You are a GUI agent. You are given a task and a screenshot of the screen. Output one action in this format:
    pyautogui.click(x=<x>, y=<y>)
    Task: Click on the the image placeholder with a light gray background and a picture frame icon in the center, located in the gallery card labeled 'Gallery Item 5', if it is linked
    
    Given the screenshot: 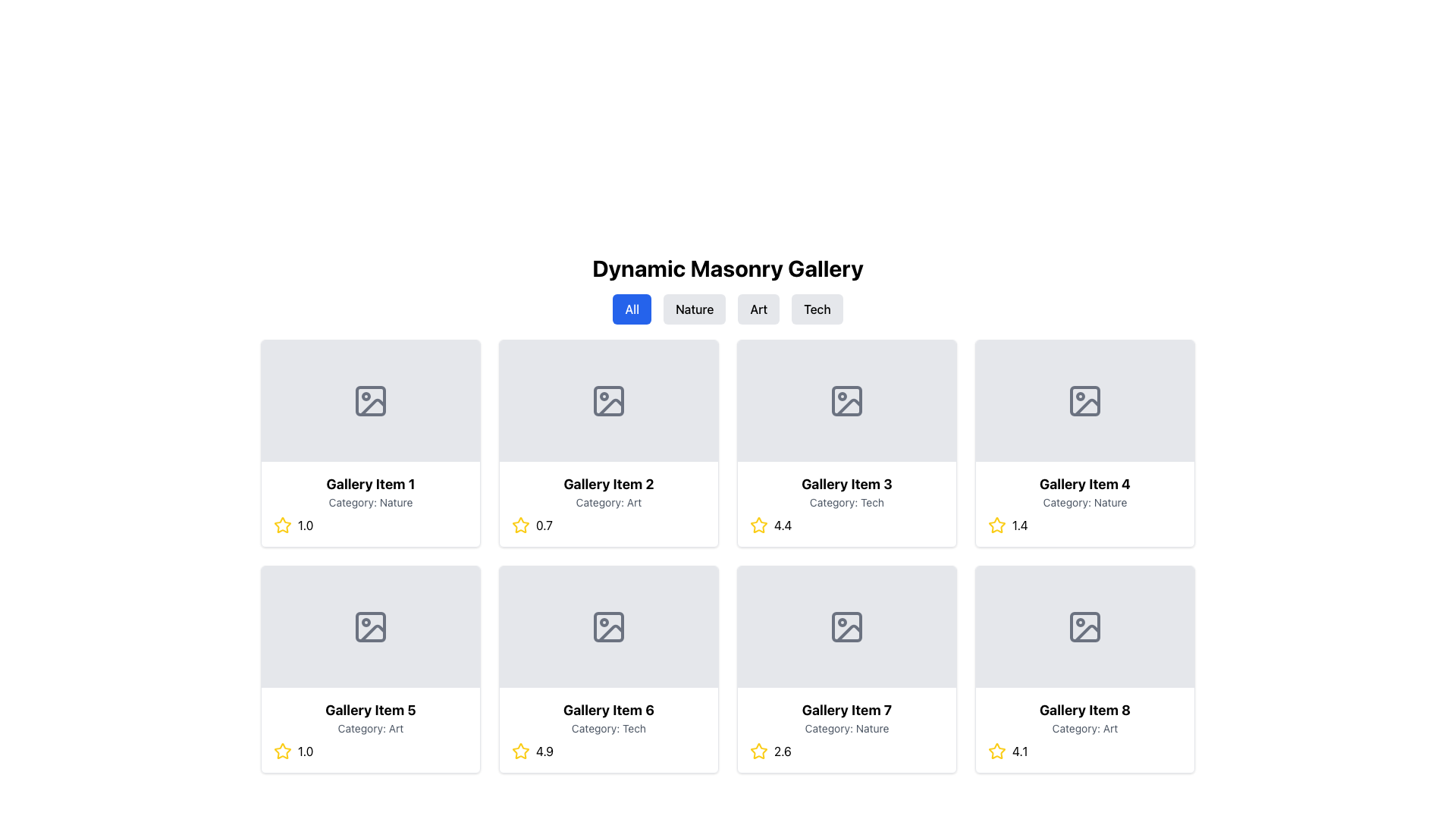 What is the action you would take?
    pyautogui.click(x=371, y=626)
    